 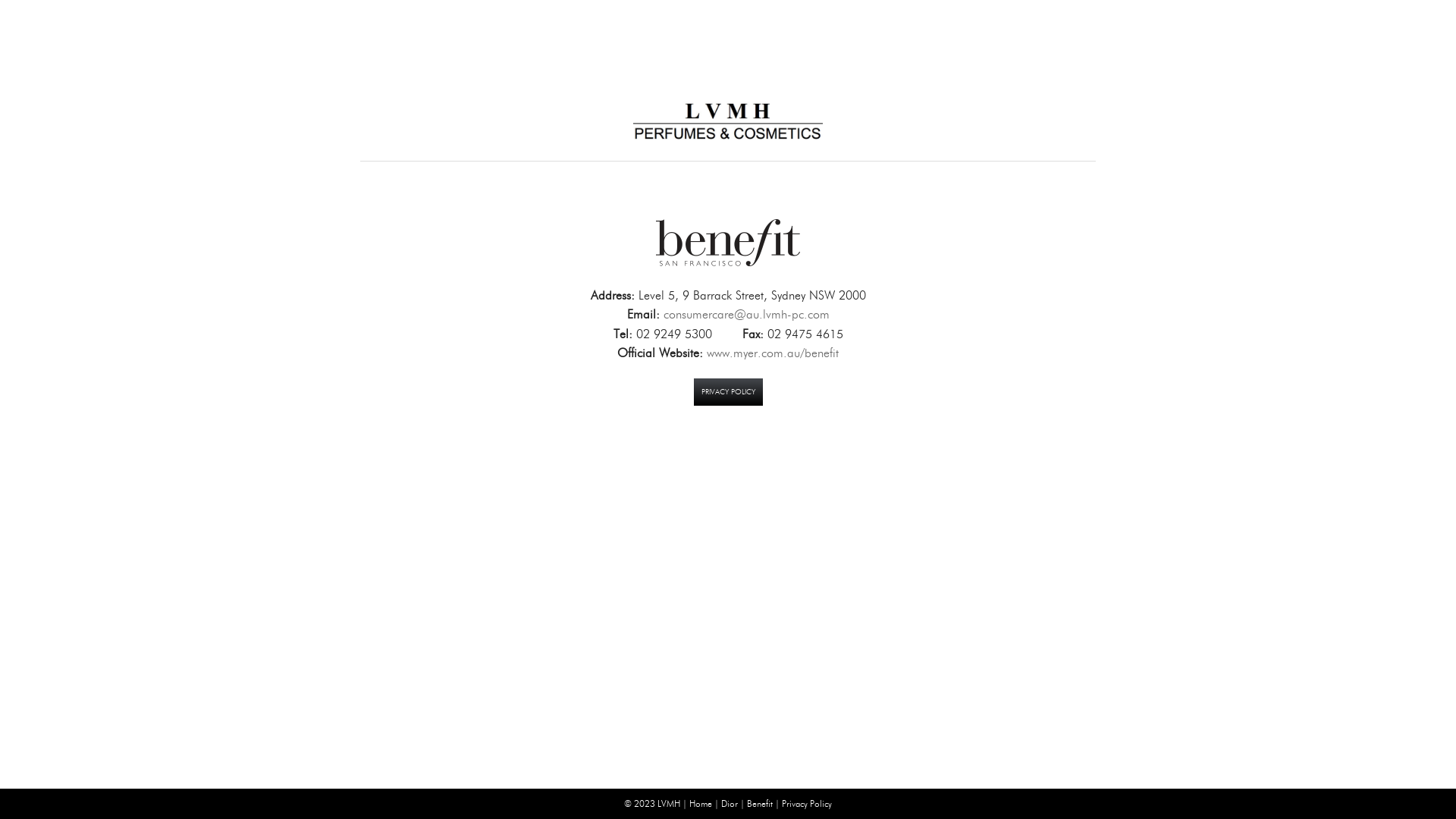 What do you see at coordinates (729, 802) in the screenshot?
I see `'Dior'` at bounding box center [729, 802].